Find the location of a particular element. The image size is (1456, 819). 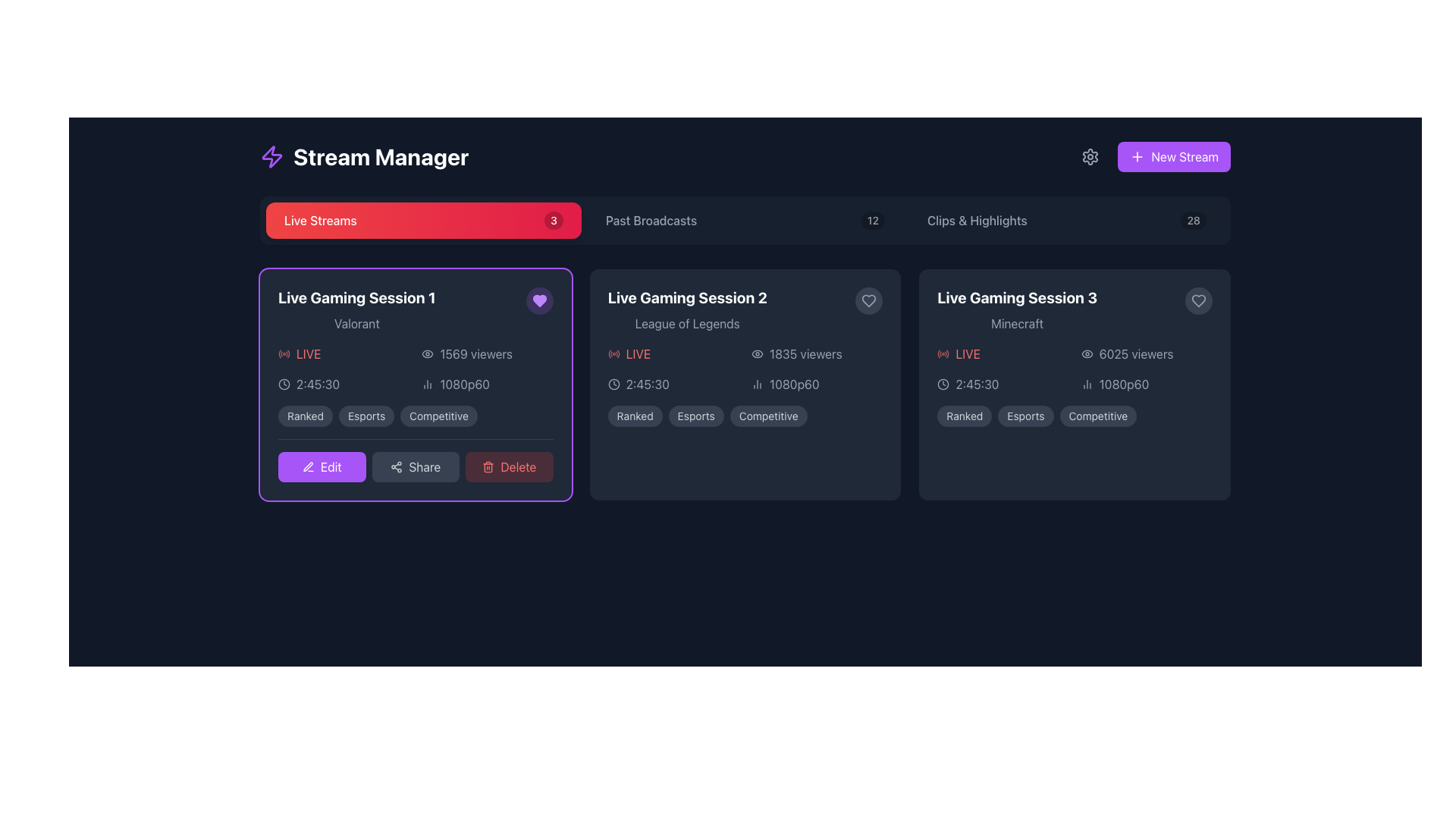

information displayed in the informational panel for the live broadcast titled 'Live Gaming Session 2 - League of Legends', located in the middle section of the grid layout is located at coordinates (745, 369).